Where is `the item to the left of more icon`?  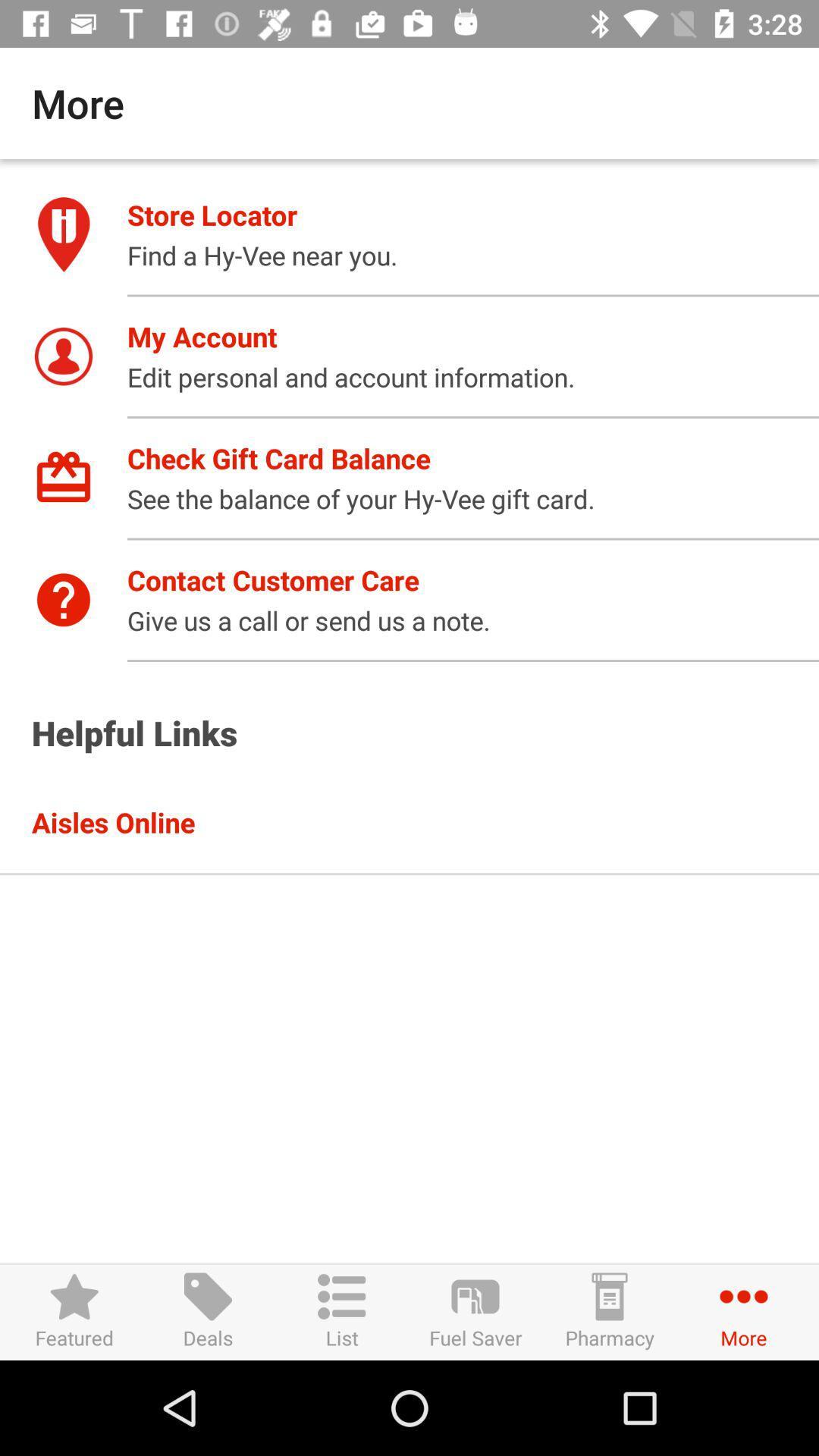 the item to the left of more icon is located at coordinates (608, 1311).